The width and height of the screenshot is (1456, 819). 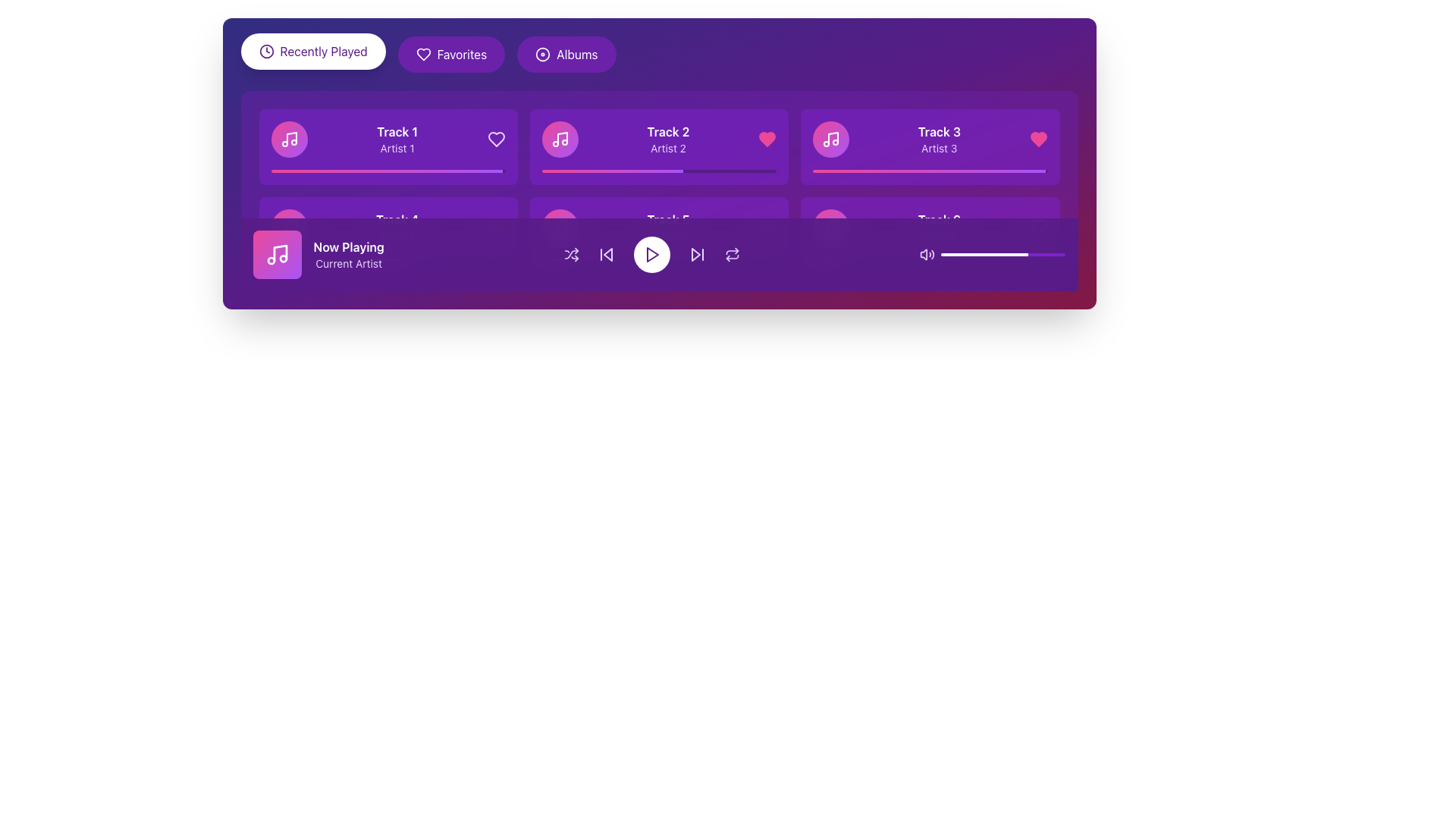 What do you see at coordinates (423, 54) in the screenshot?
I see `the 'Favorites' button containing the heart icon` at bounding box center [423, 54].